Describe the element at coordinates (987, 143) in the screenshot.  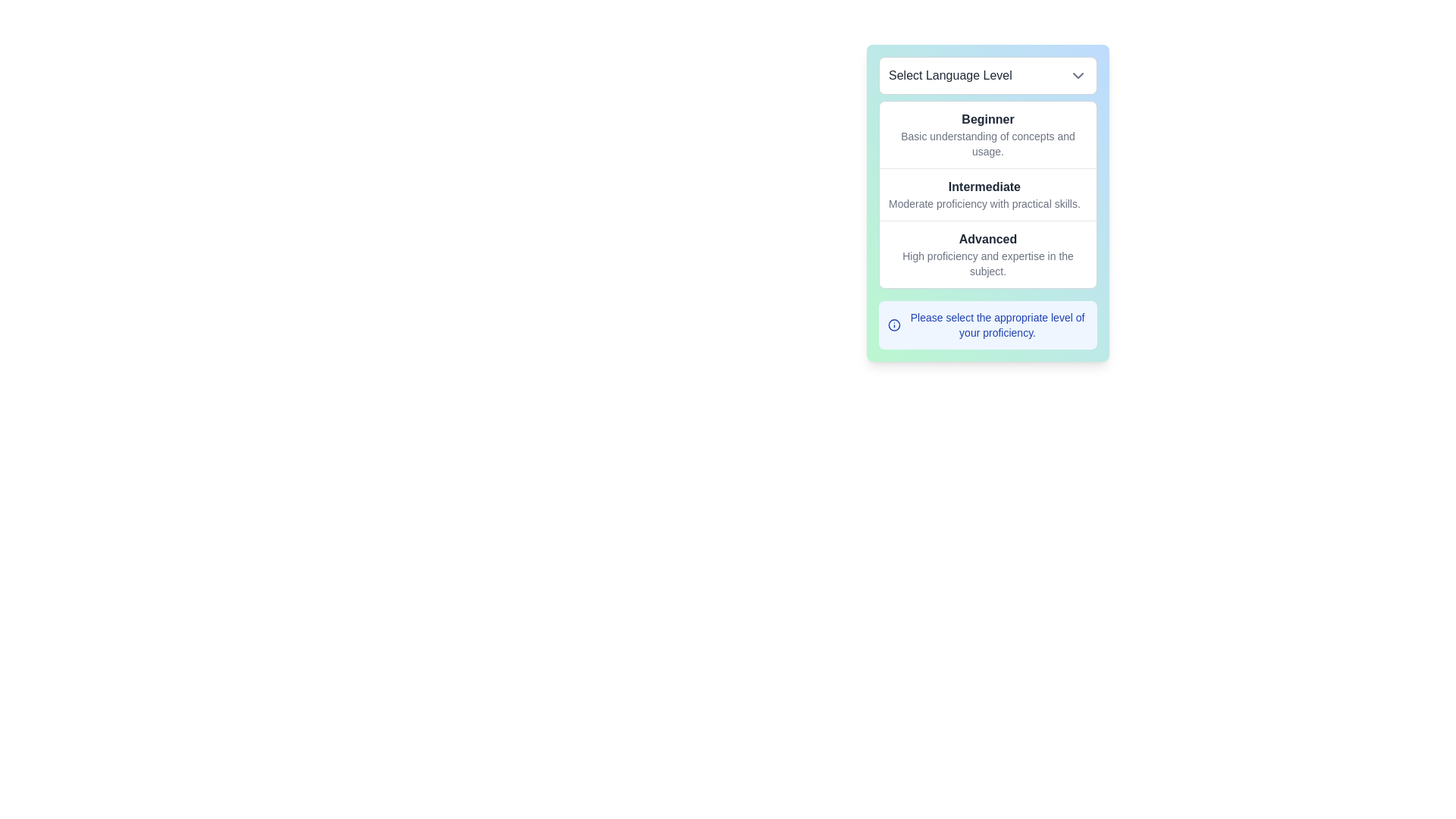
I see `the text label that reads 'Basic understanding of concepts and usage.' which is styled in a small sans-serif font and is gray in color, located under the 'Beginner' header` at that location.